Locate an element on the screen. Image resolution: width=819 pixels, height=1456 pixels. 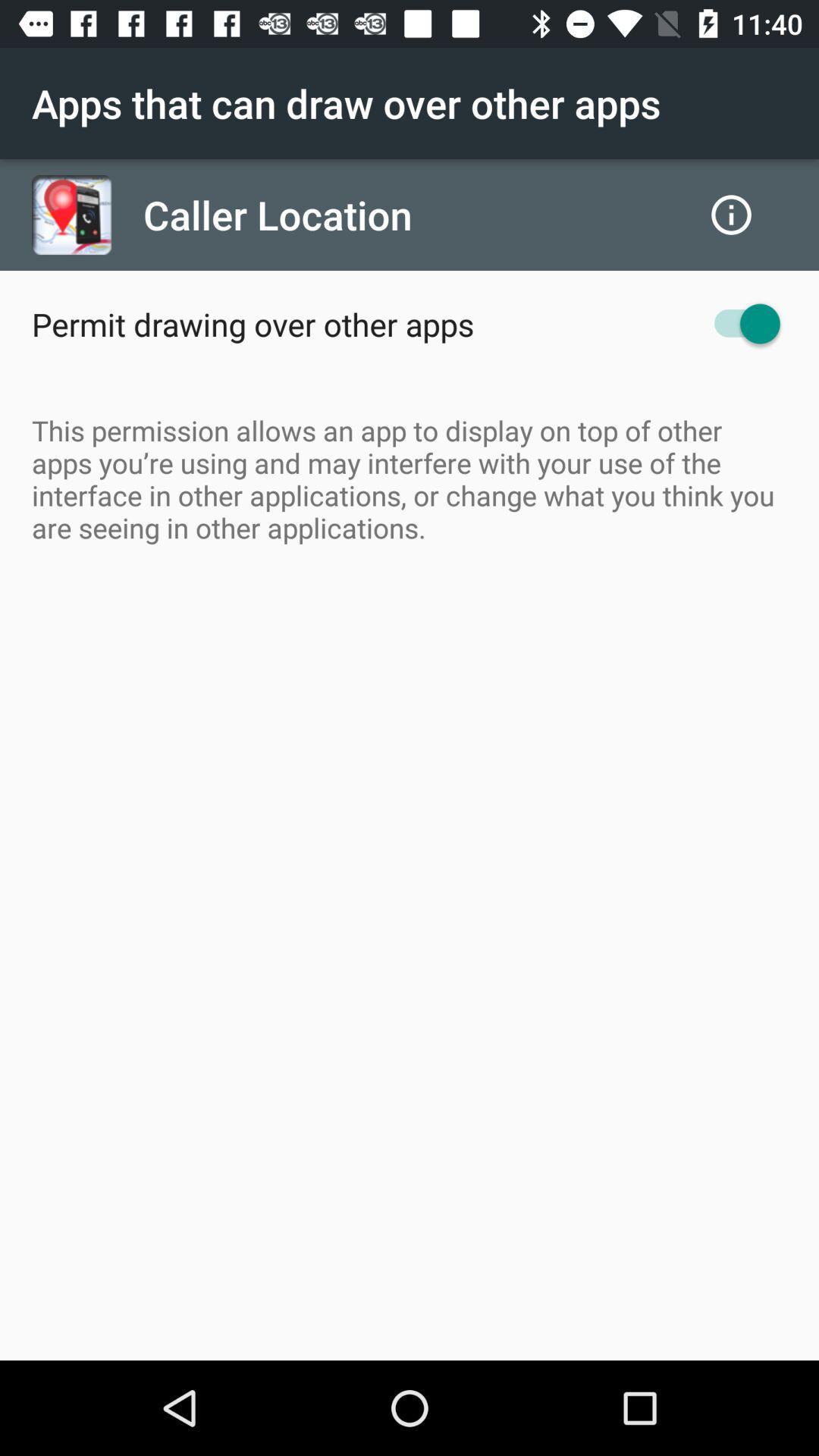
item above this permission allows is located at coordinates (739, 323).